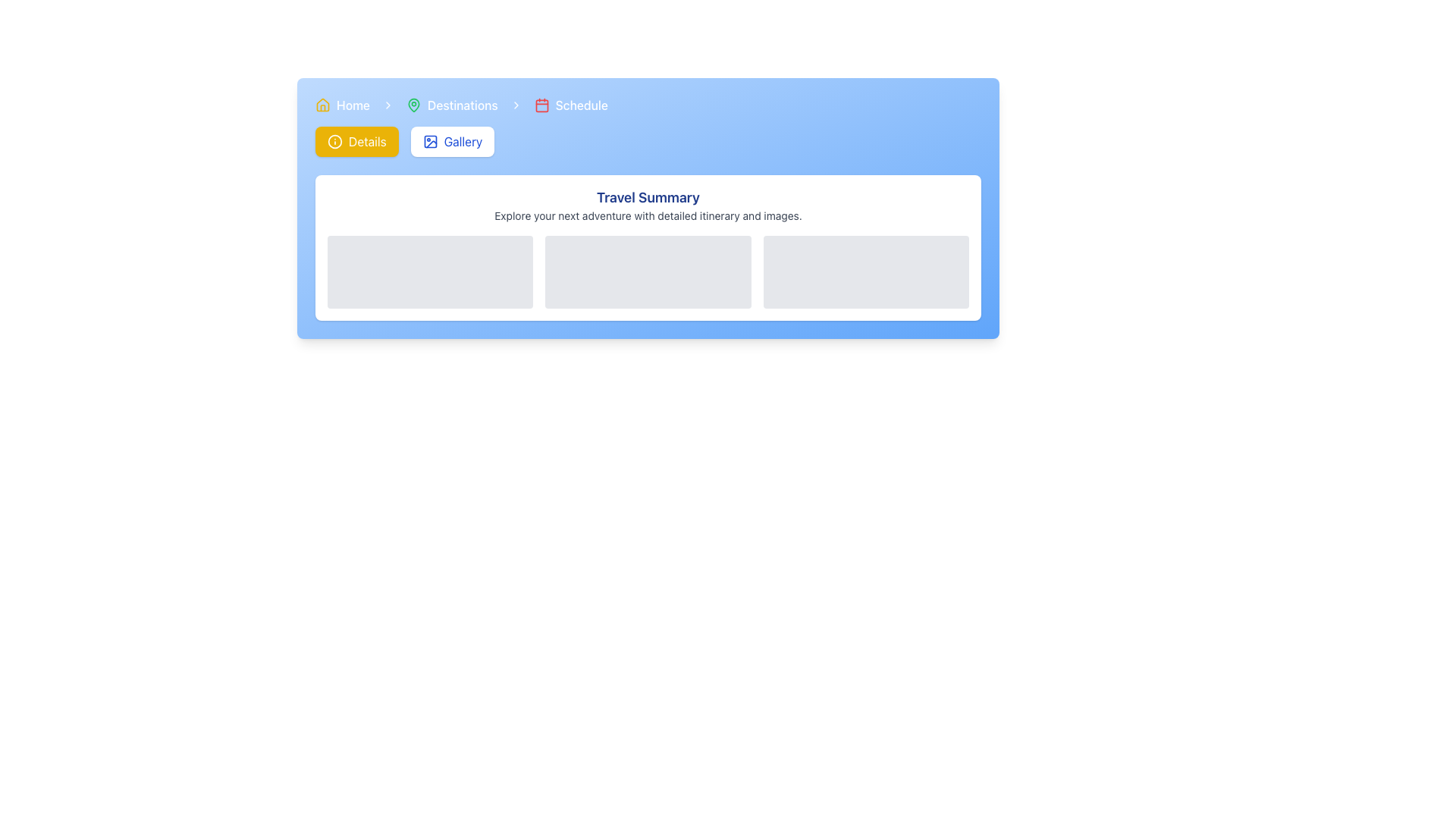 The image size is (1456, 819). Describe the element at coordinates (334, 141) in the screenshot. I see `the static state of the circular glyph located in the upper left region of the 'Details' button` at that location.